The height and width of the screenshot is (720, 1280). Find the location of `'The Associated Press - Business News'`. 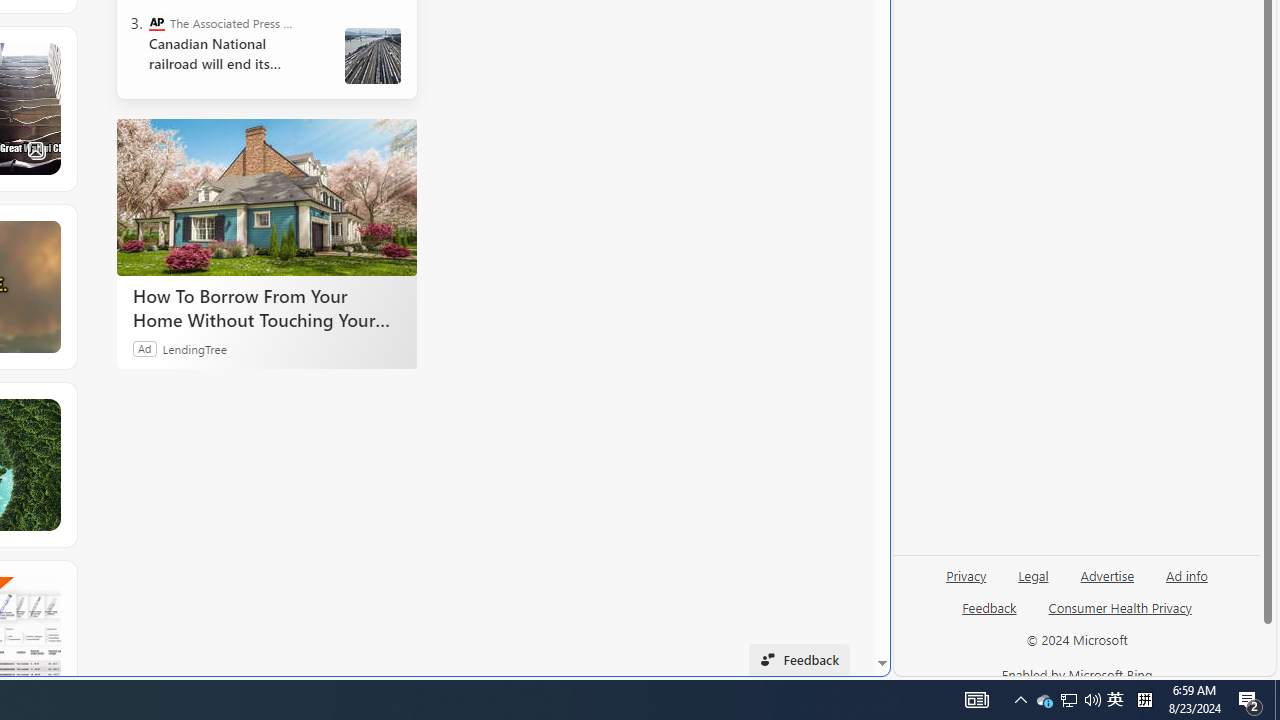

'The Associated Press - Business News' is located at coordinates (155, 23).